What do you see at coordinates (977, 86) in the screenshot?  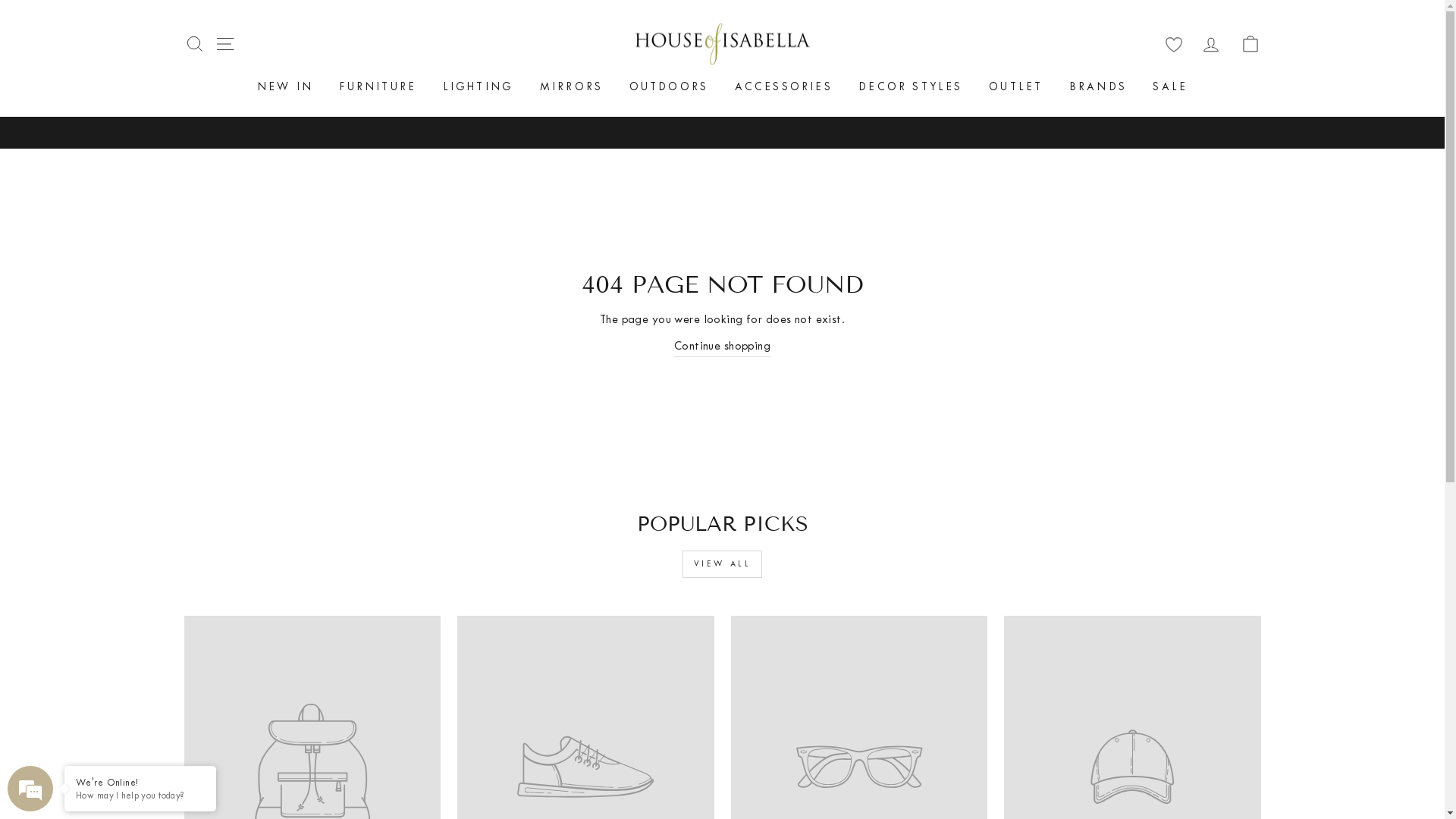 I see `'OUTLET'` at bounding box center [977, 86].